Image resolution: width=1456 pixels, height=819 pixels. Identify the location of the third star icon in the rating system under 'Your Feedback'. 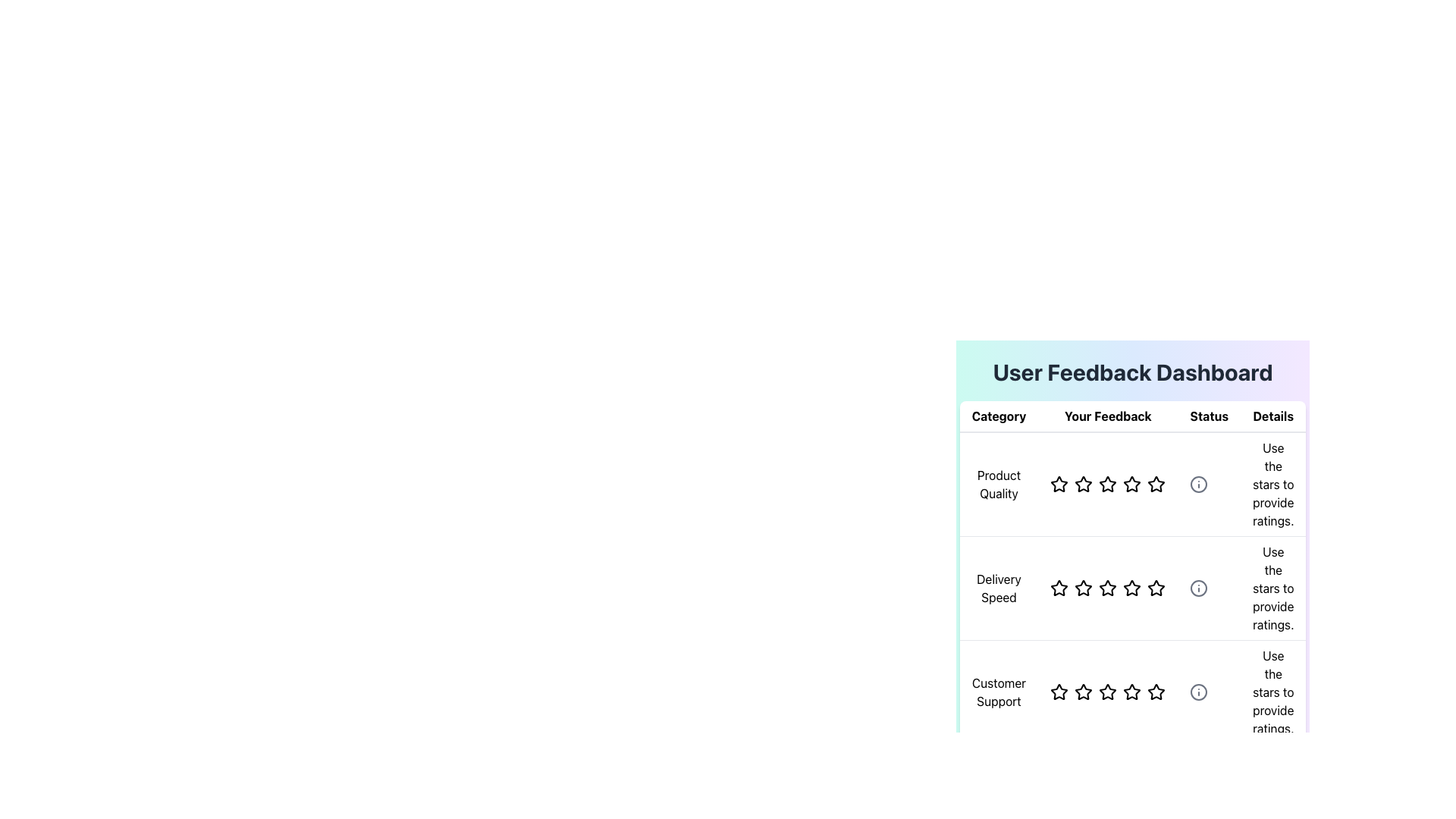
(1132, 484).